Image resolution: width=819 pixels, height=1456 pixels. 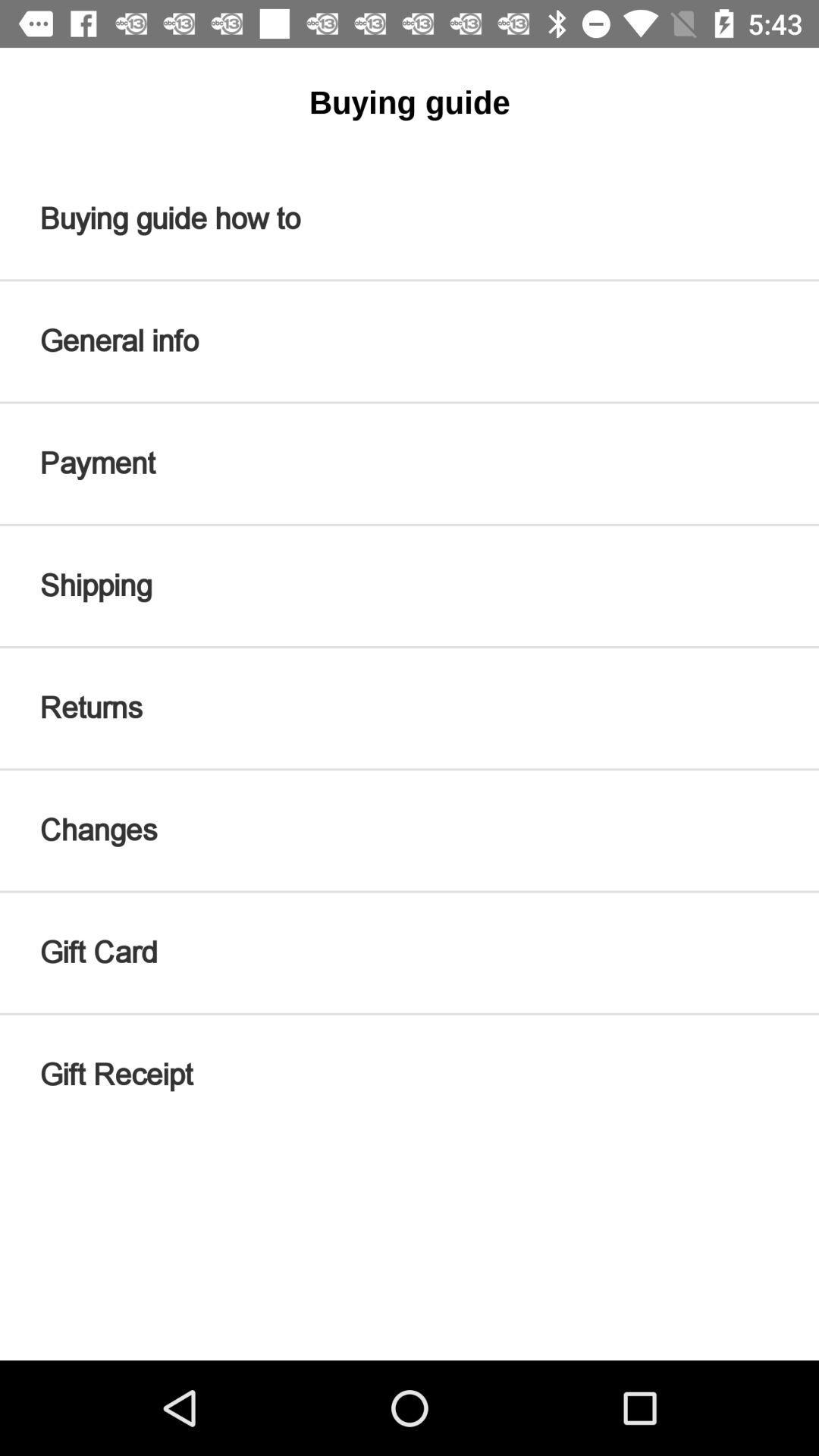 What do you see at coordinates (409, 830) in the screenshot?
I see `the item above the gift card` at bounding box center [409, 830].